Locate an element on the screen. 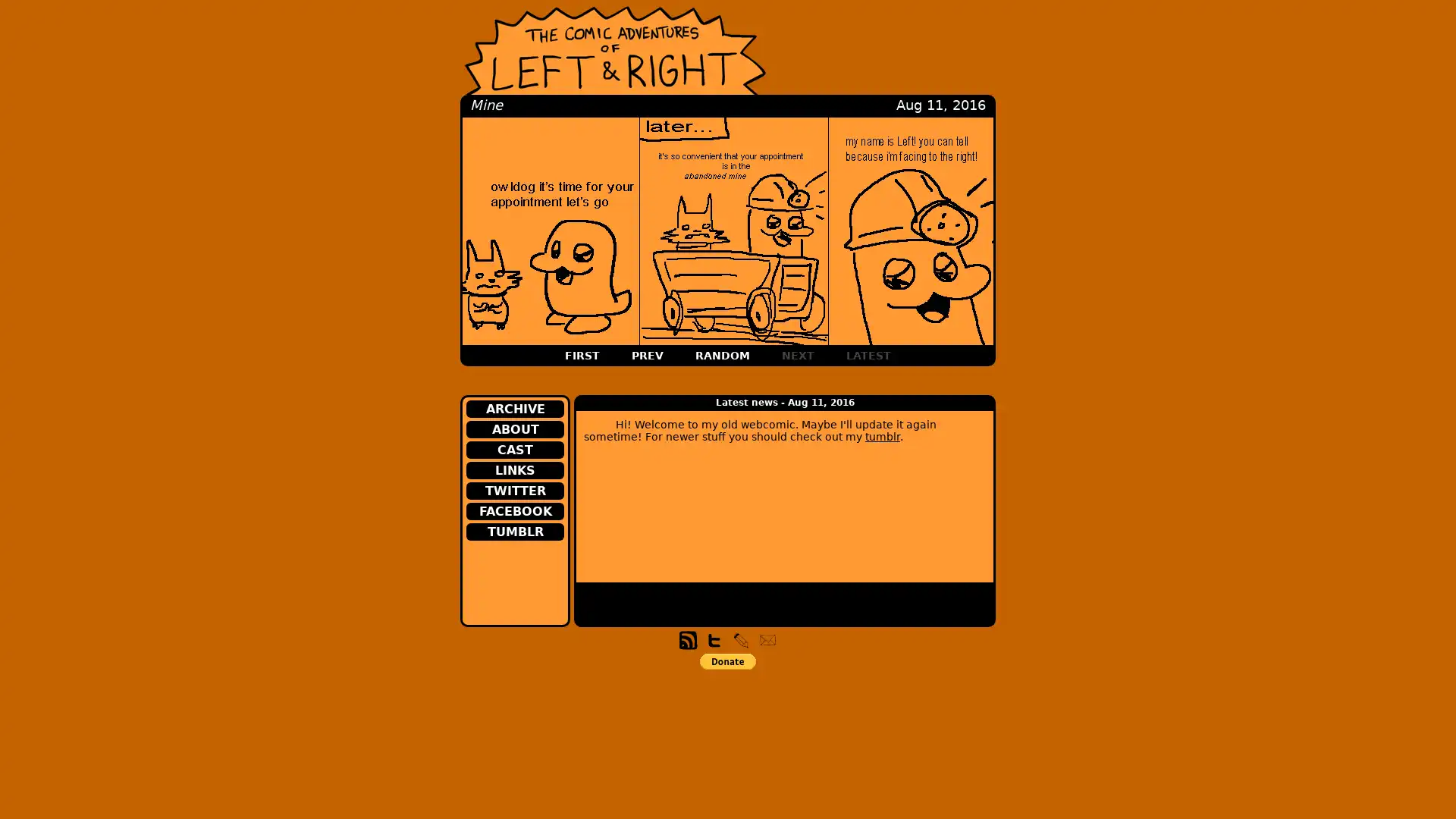  PayPal - The safer, easier way to pay online! is located at coordinates (726, 661).